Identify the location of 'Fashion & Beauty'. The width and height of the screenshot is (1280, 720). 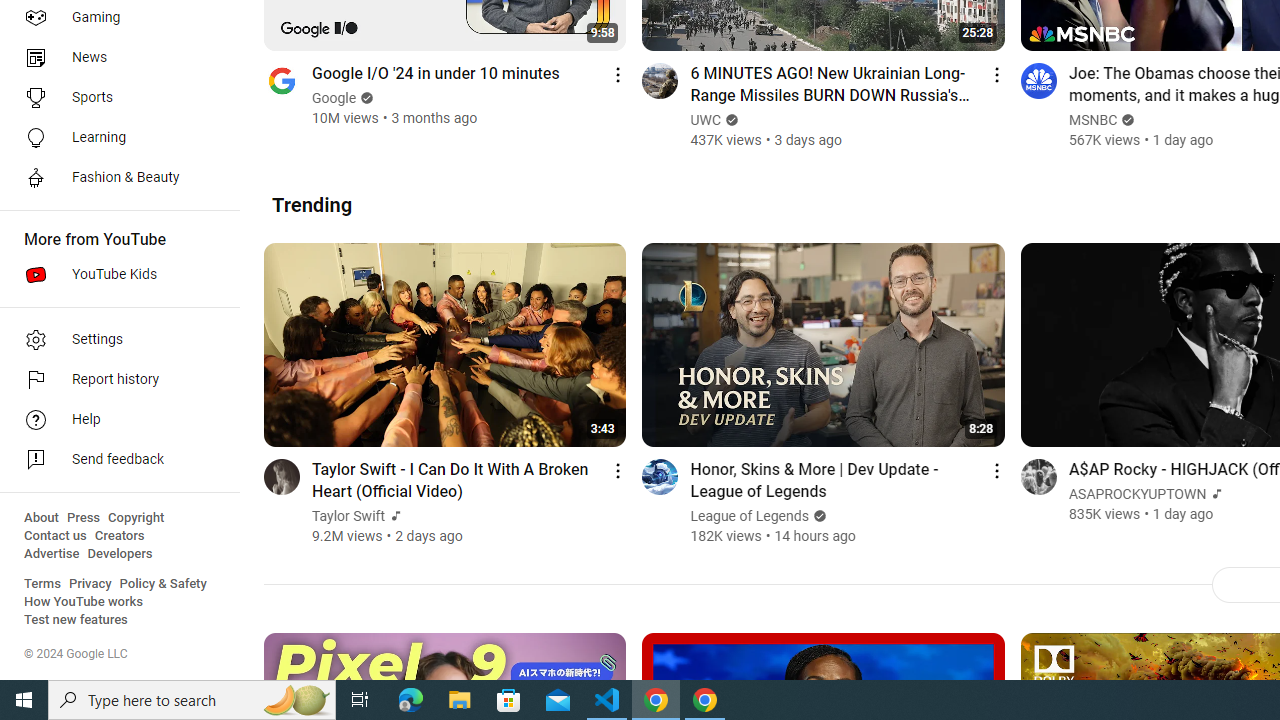
(112, 176).